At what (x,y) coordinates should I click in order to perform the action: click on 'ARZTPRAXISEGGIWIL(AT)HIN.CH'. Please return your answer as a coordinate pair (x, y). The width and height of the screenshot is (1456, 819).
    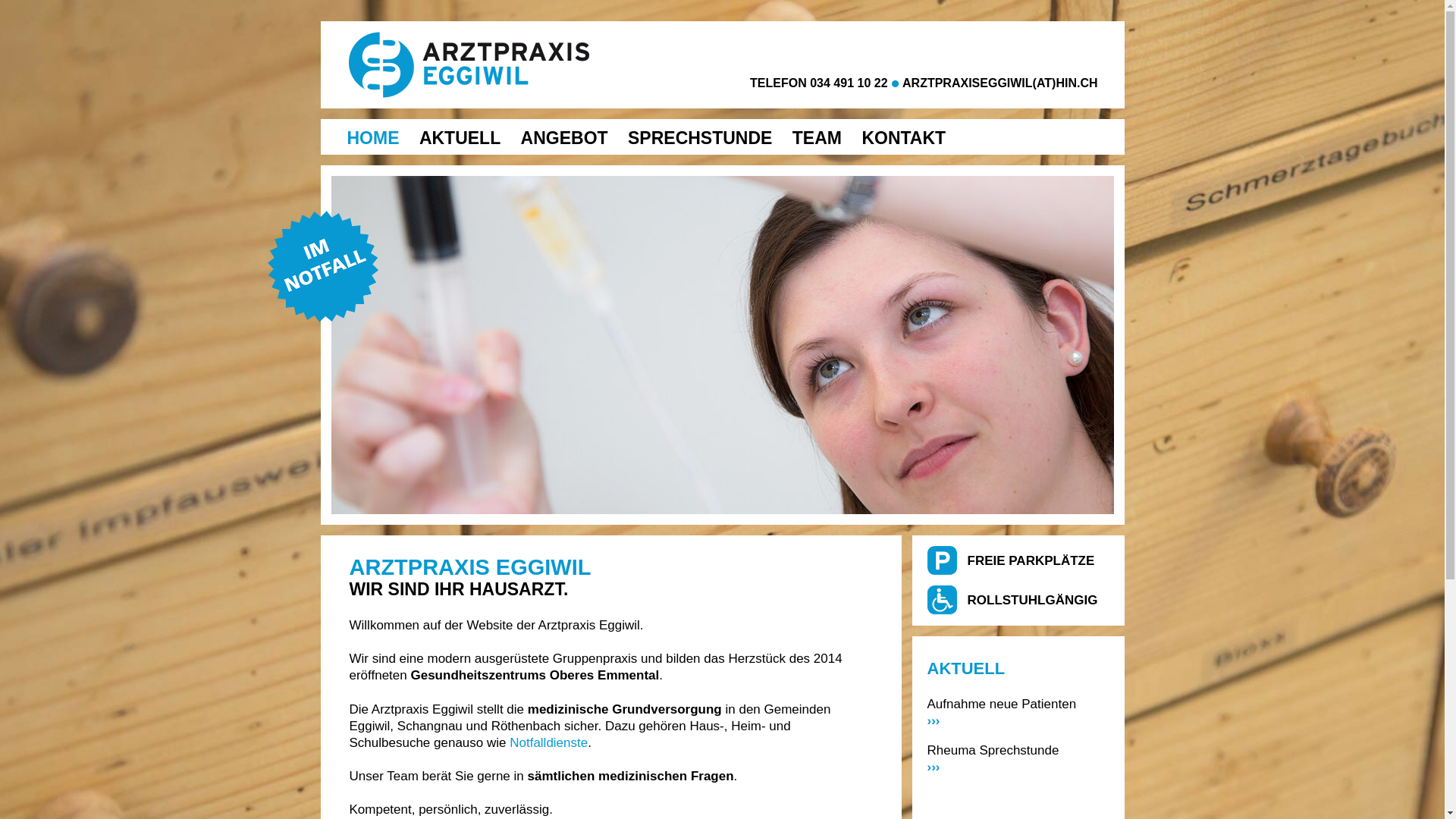
    Looking at the image, I should click on (999, 83).